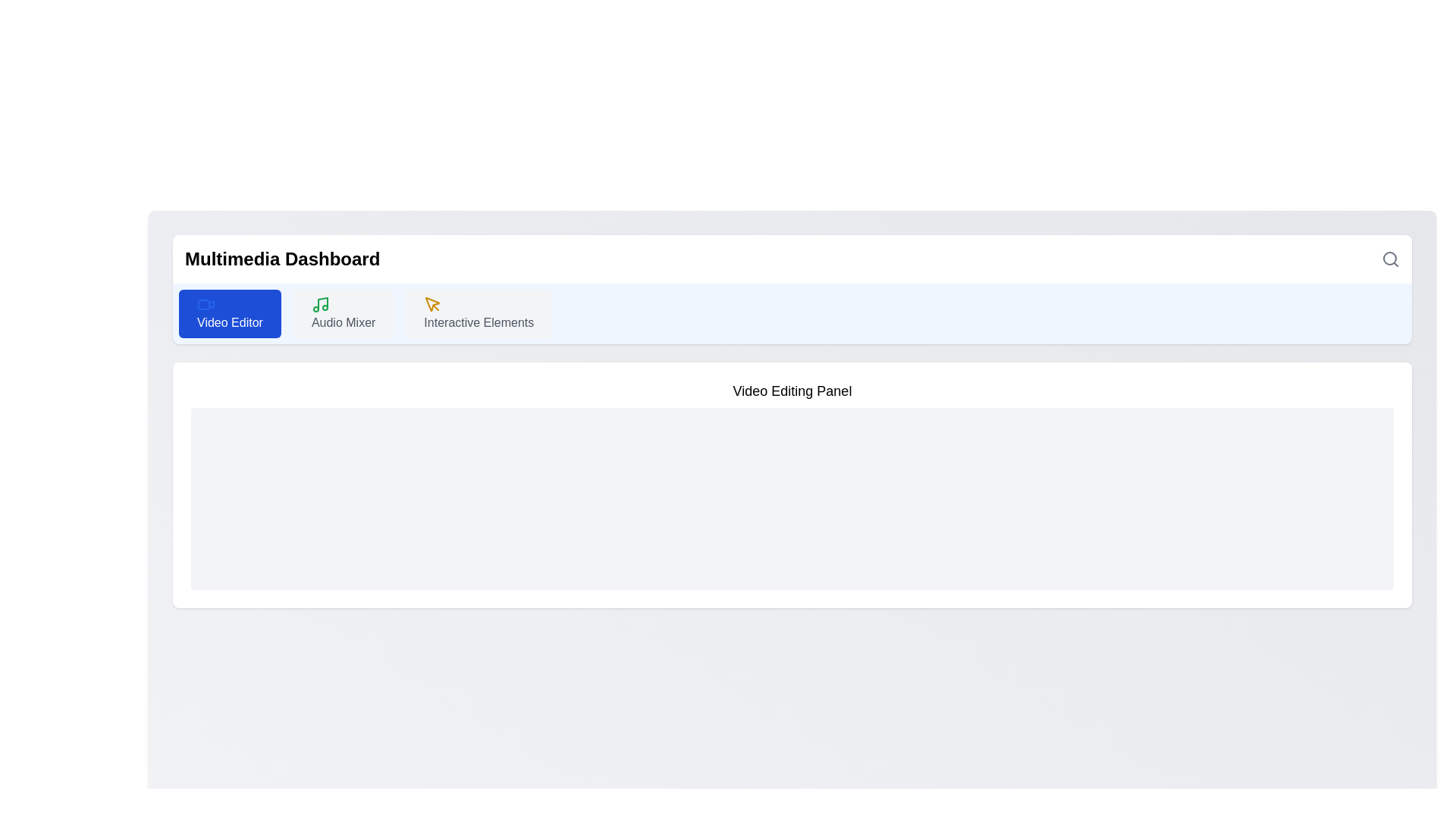  I want to click on information about the 'Audio Mixer' icon located in the navigation bar, which serves as a visual cue for audio management, so click(319, 304).